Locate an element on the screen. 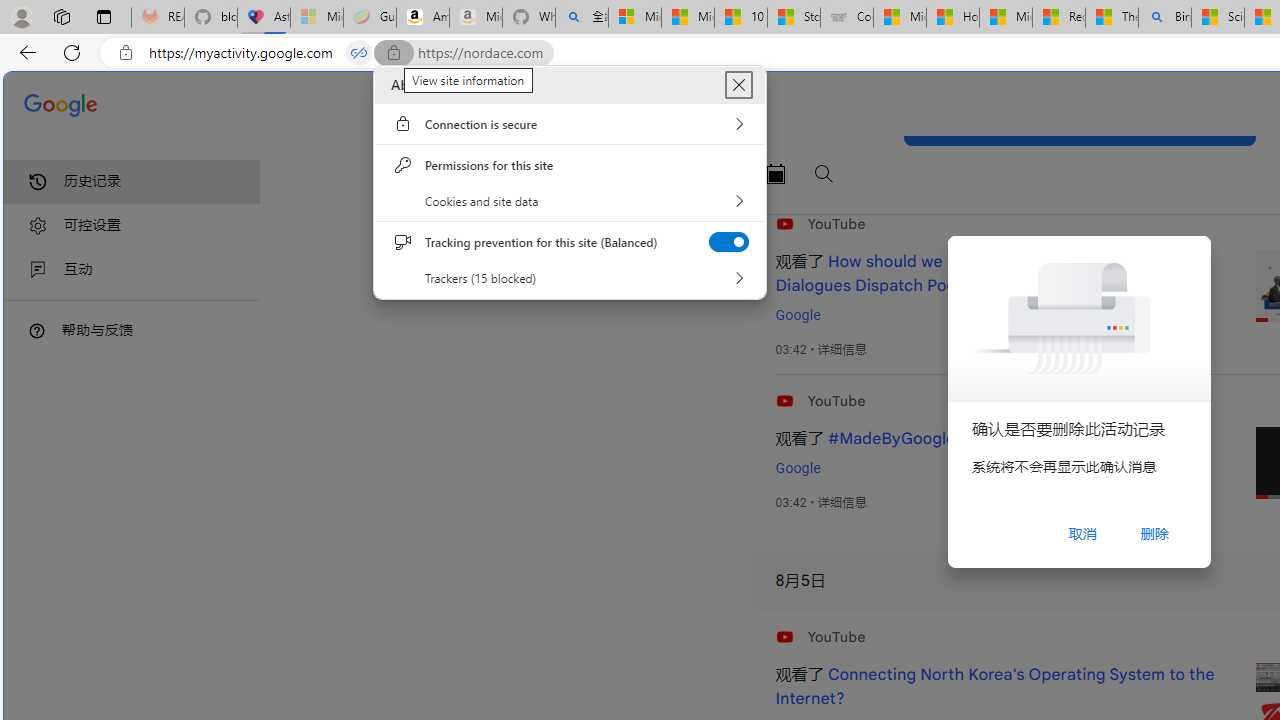 Image resolution: width=1280 pixels, height=720 pixels. 'Cookies and site data' is located at coordinates (569, 200).